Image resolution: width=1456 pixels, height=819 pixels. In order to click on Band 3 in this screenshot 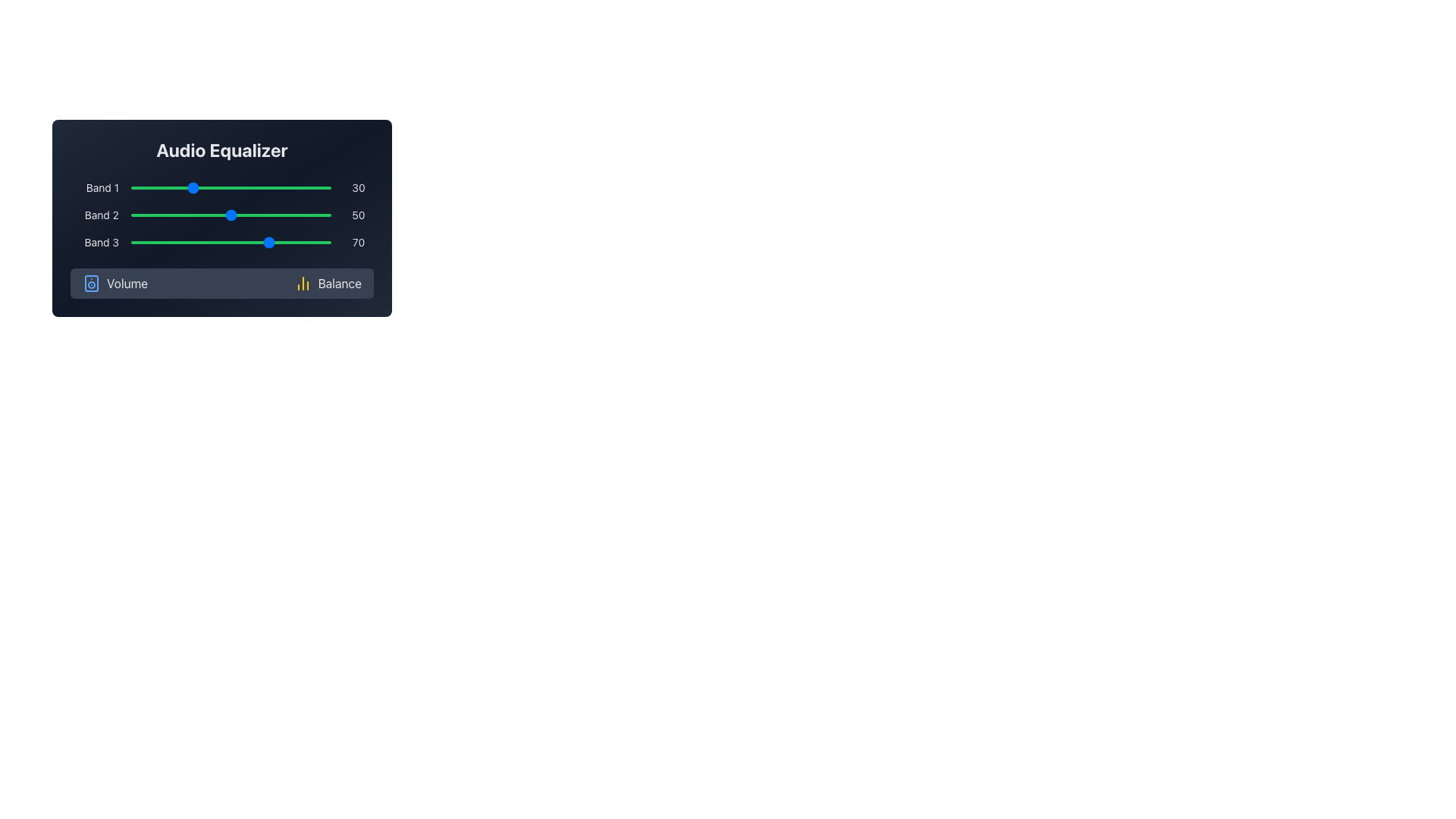, I will do `click(149, 242)`.